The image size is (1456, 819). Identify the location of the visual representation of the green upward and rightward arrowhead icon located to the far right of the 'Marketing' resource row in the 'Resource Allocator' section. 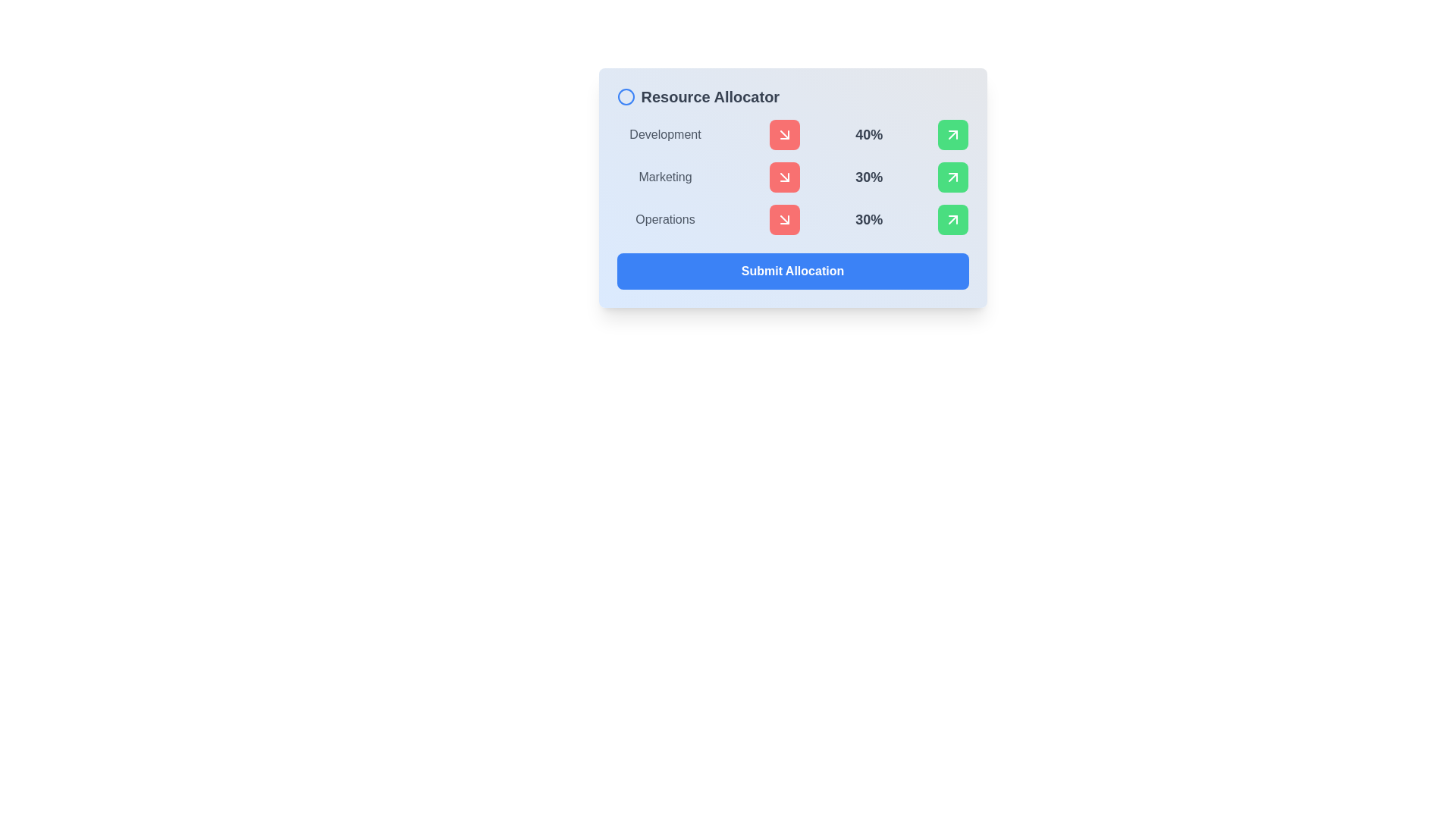
(952, 177).